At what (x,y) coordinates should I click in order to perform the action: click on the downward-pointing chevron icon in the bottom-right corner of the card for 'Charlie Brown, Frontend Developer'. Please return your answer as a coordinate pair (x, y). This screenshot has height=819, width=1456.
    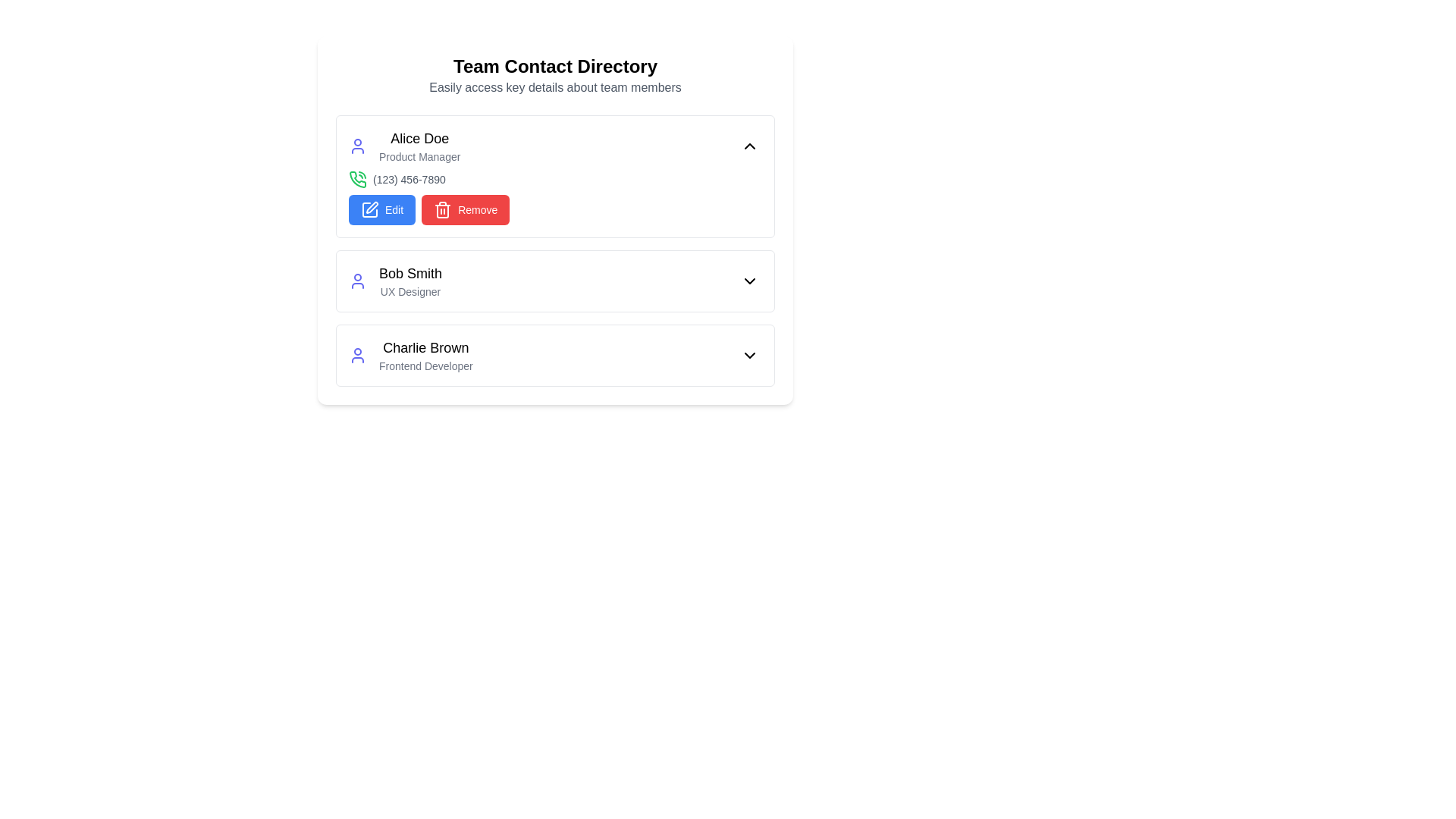
    Looking at the image, I should click on (749, 356).